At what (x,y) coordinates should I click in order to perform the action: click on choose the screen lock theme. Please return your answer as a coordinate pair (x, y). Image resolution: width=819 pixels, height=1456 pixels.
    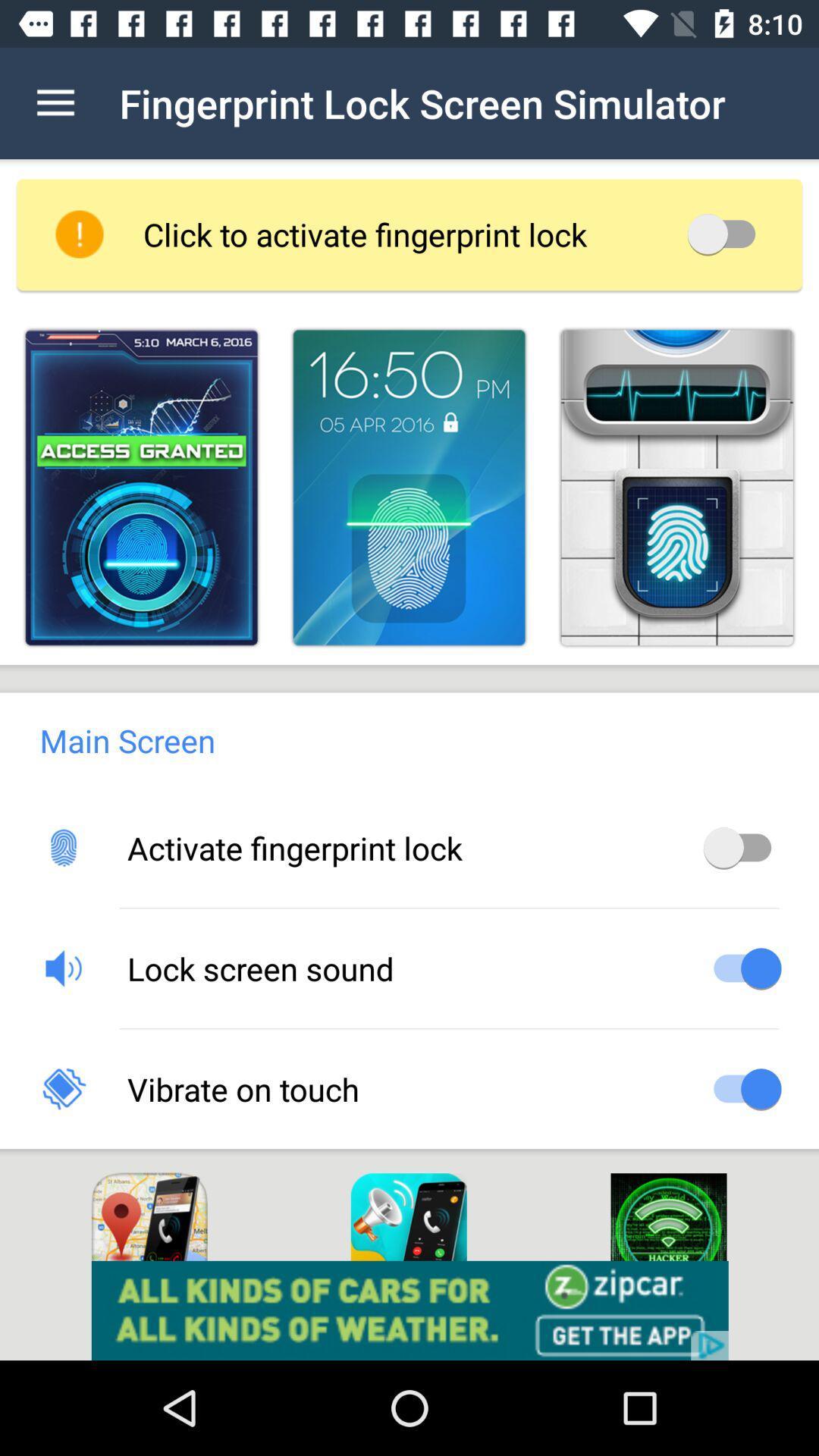
    Looking at the image, I should click on (141, 488).